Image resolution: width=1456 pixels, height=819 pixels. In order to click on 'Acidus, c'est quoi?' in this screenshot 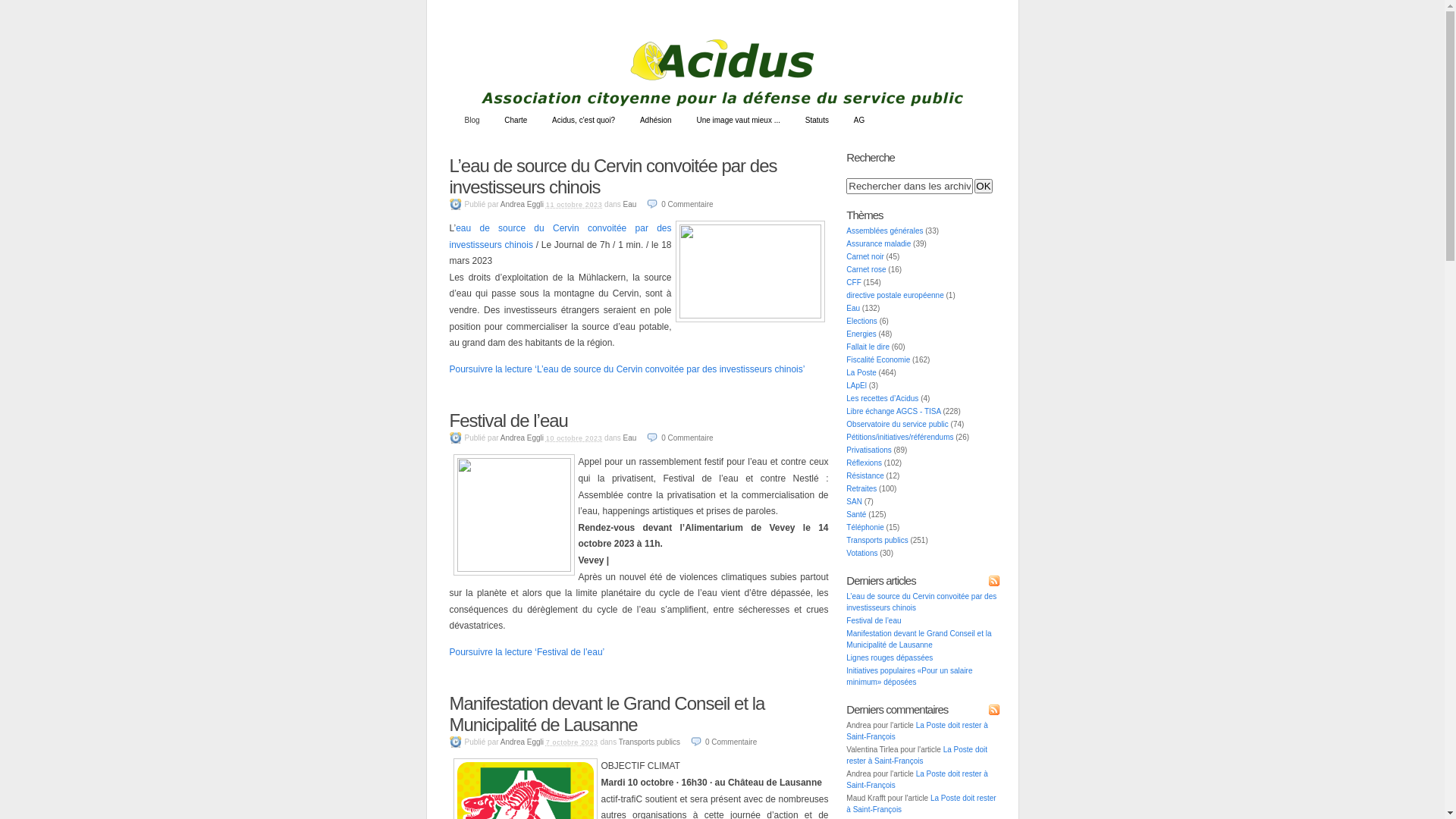, I will do `click(541, 119)`.